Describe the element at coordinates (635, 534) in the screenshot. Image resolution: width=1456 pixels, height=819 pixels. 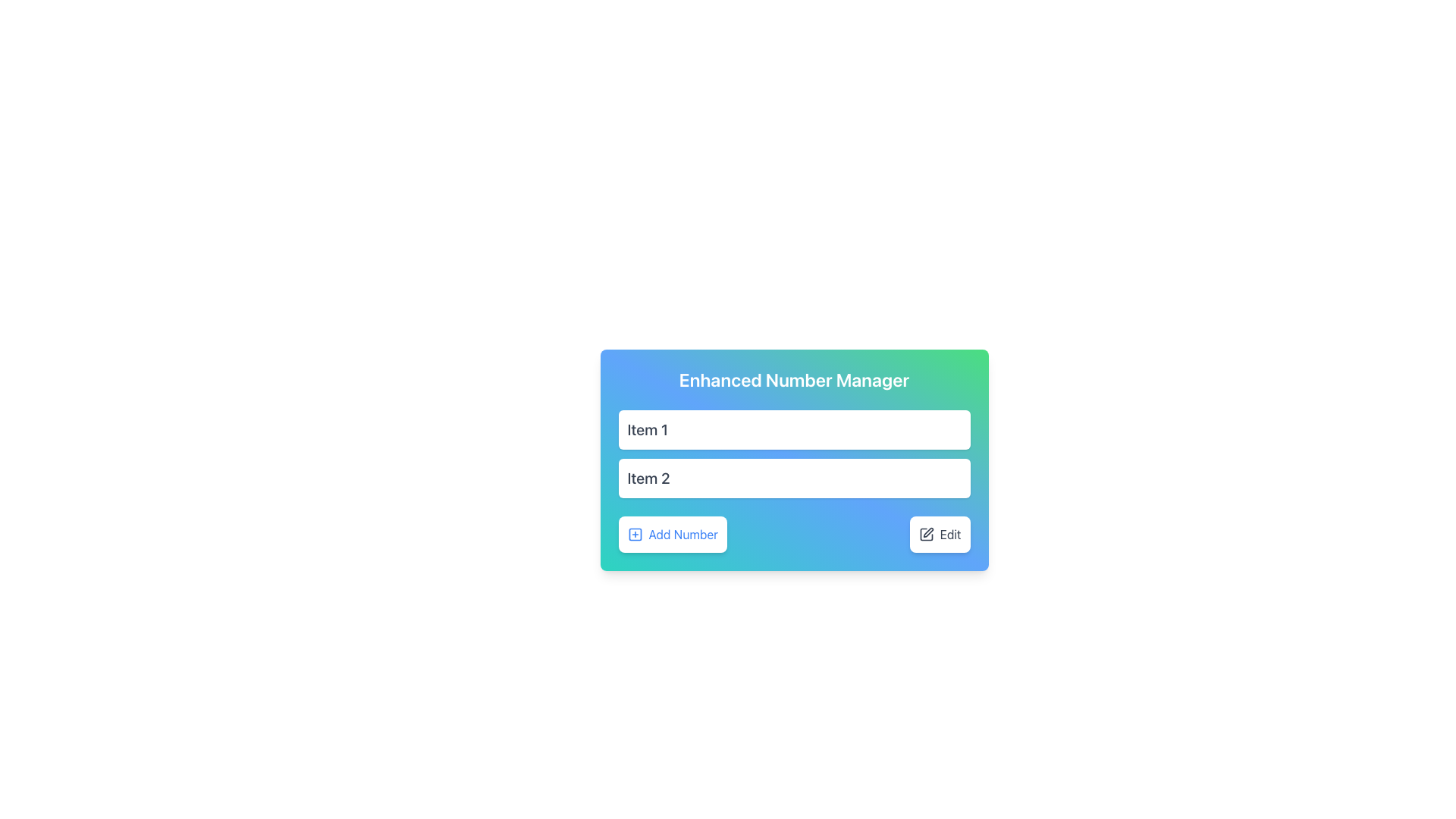
I see `the decorative icon located to the left of the 'Add Number' text within its button, which is positioned below 'Item 1' and 'Item 2' input fields and above the 'Edit' button` at that location.